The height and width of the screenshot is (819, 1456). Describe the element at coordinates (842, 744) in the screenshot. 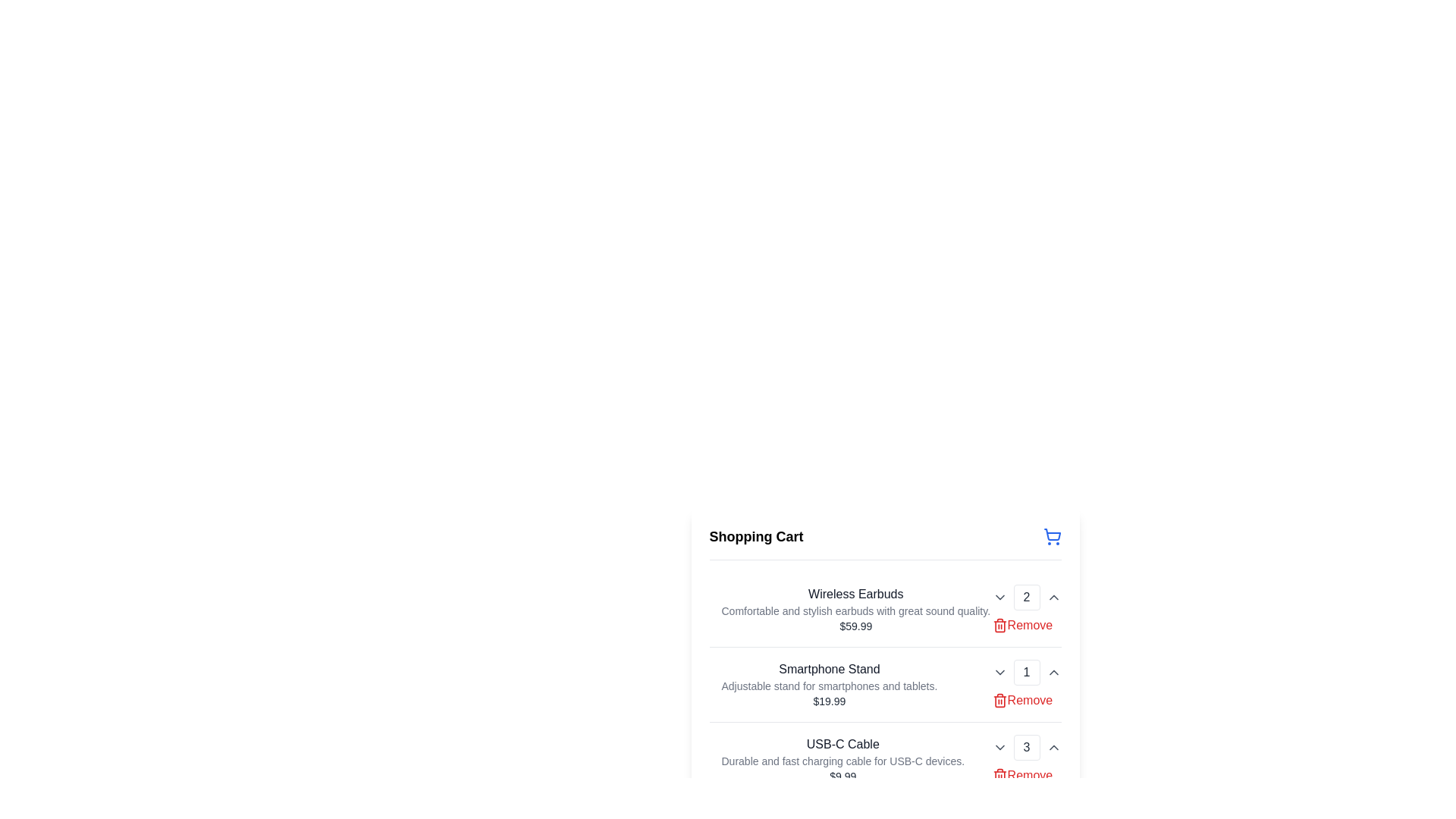

I see `the text label that reads 'USB-C Cable', styled with a medium-weight font and gray-black color, located at the top of the product description box` at that location.